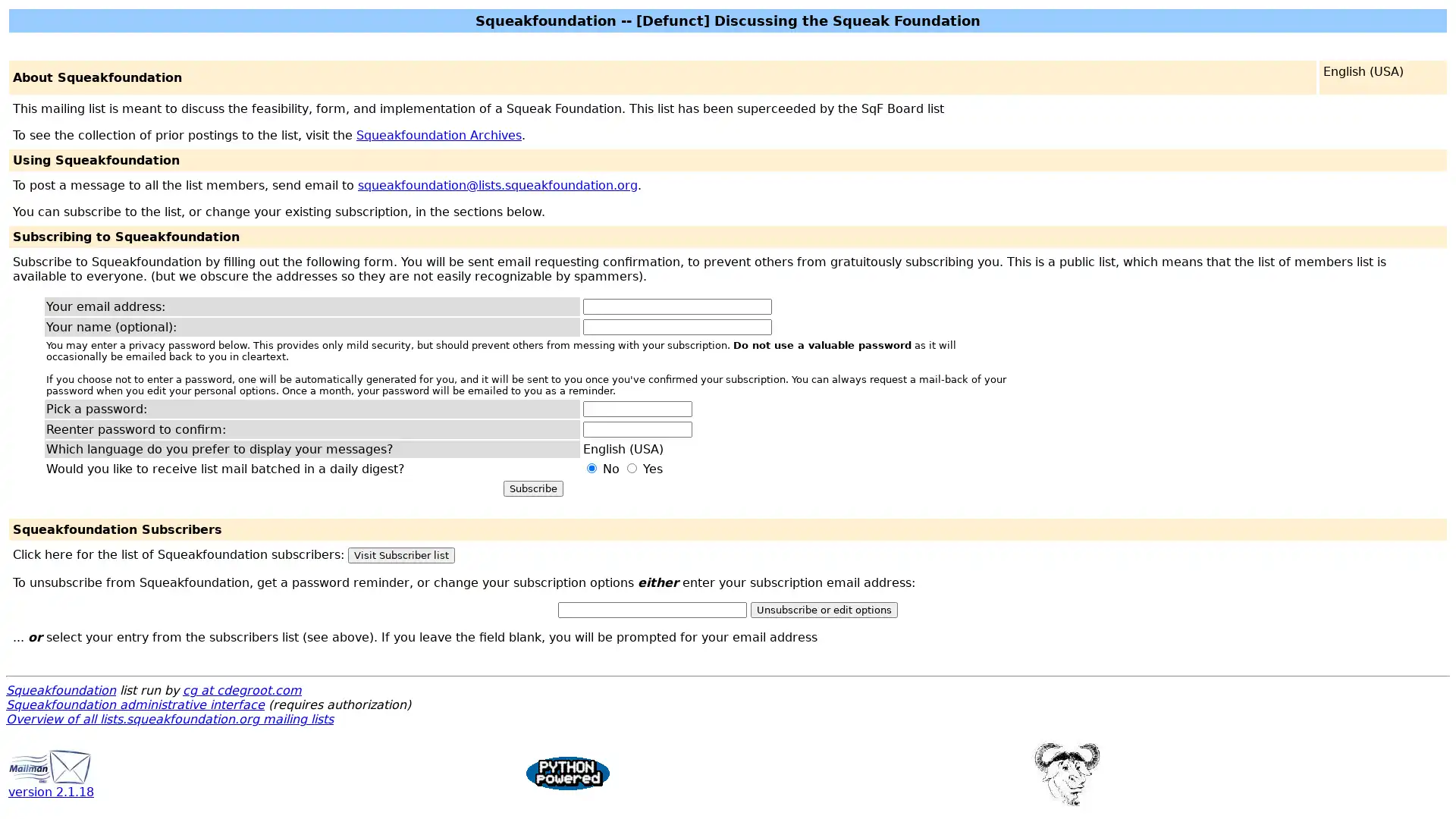 The width and height of the screenshot is (1456, 819). I want to click on Visit Subscriber list, so click(401, 555).